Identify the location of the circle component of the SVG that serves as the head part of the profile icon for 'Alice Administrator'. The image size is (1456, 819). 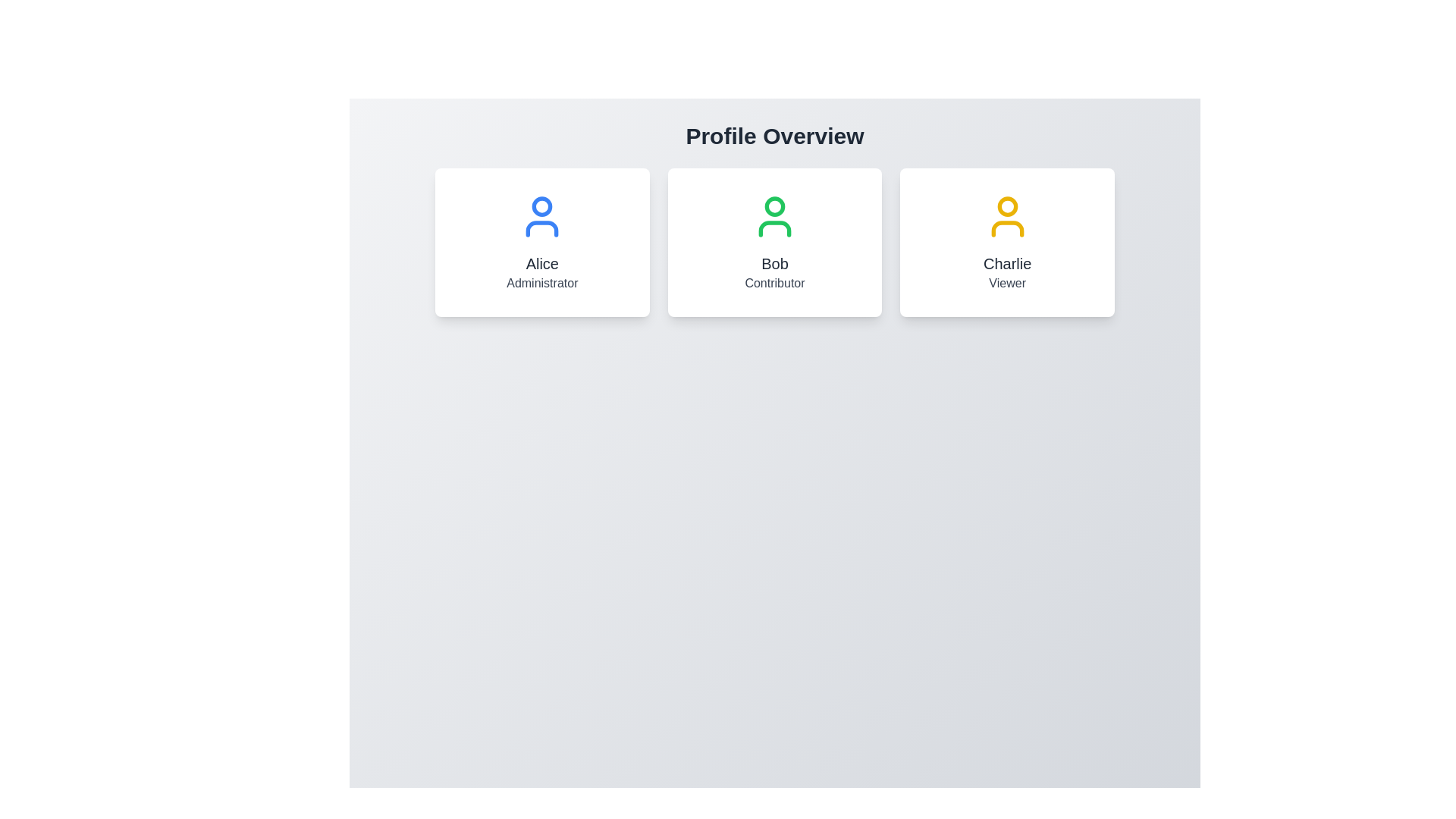
(542, 206).